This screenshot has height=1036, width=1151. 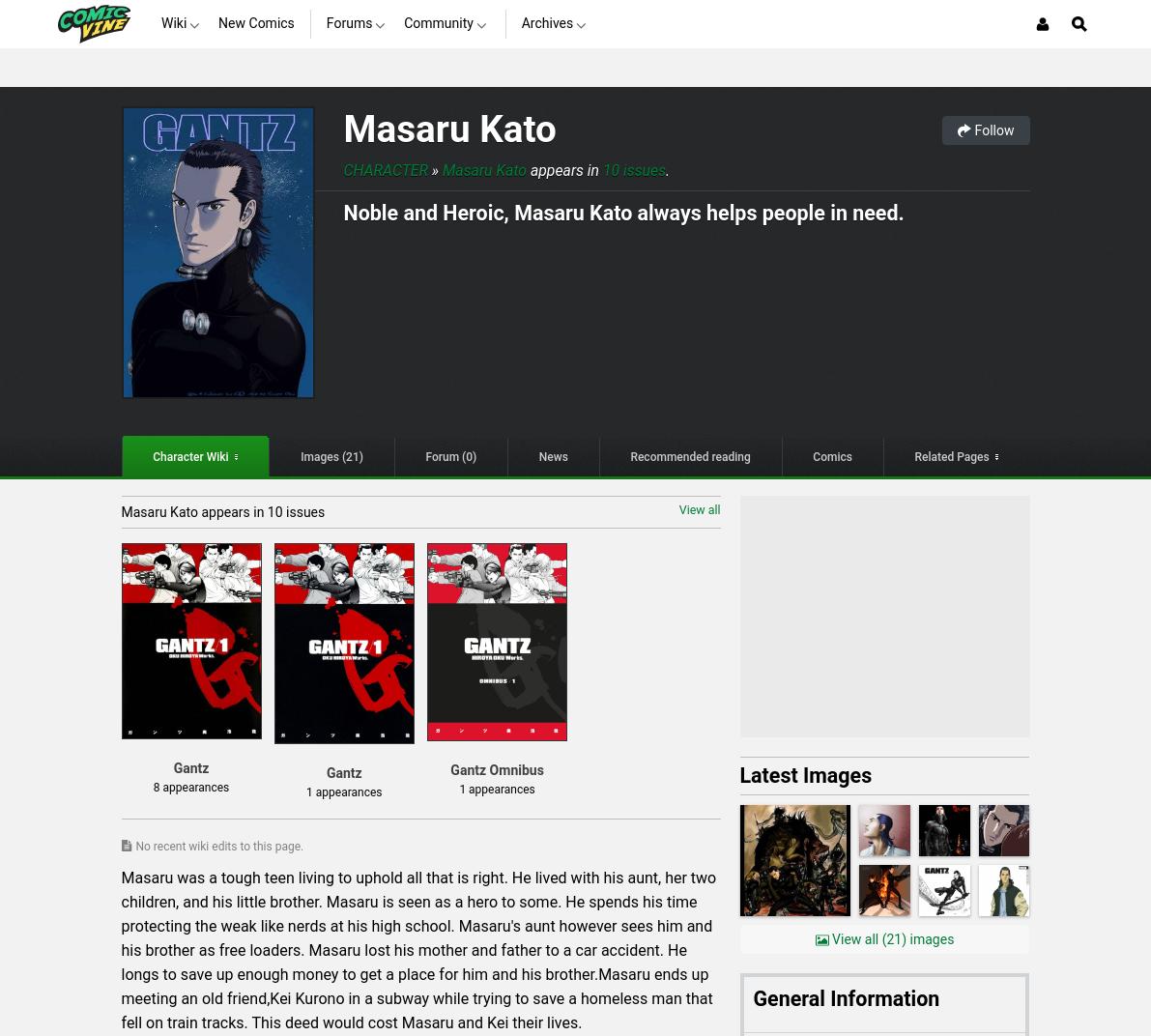 What do you see at coordinates (520, 22) in the screenshot?
I see `'Archives'` at bounding box center [520, 22].